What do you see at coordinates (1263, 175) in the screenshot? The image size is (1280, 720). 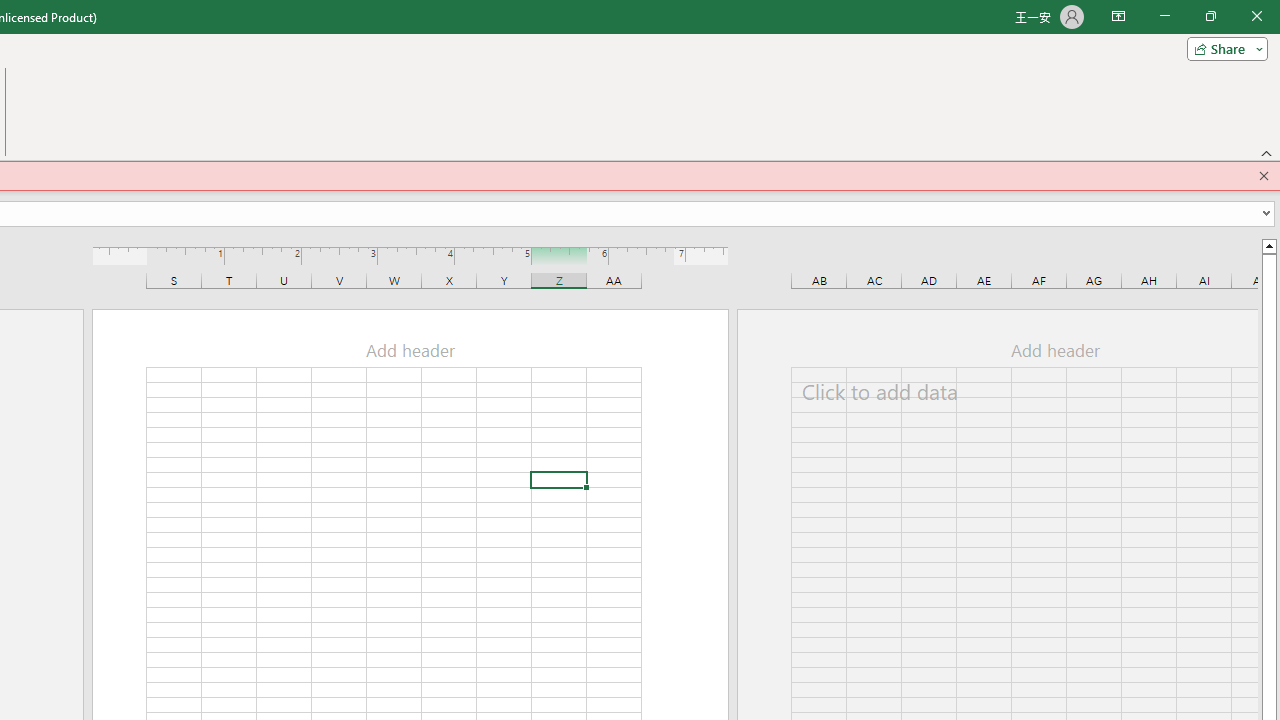 I see `'Close this message'` at bounding box center [1263, 175].